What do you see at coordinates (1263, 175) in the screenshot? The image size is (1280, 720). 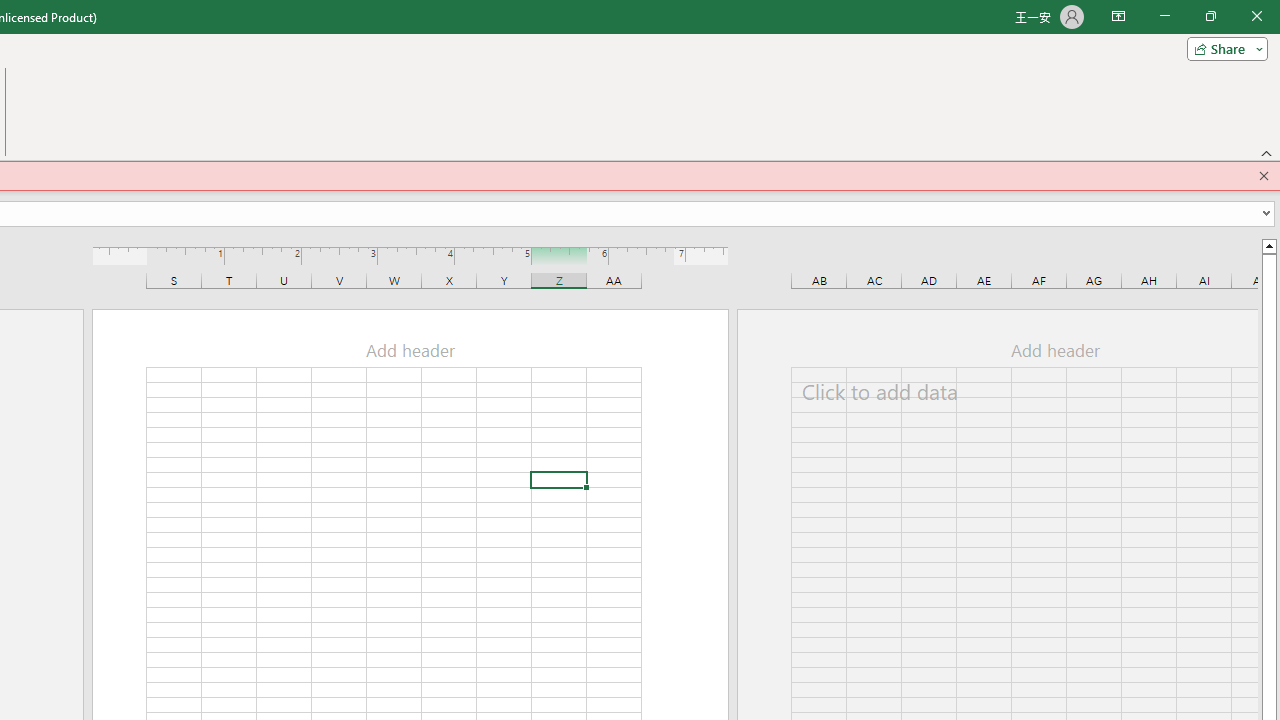 I see `'Close this message'` at bounding box center [1263, 175].